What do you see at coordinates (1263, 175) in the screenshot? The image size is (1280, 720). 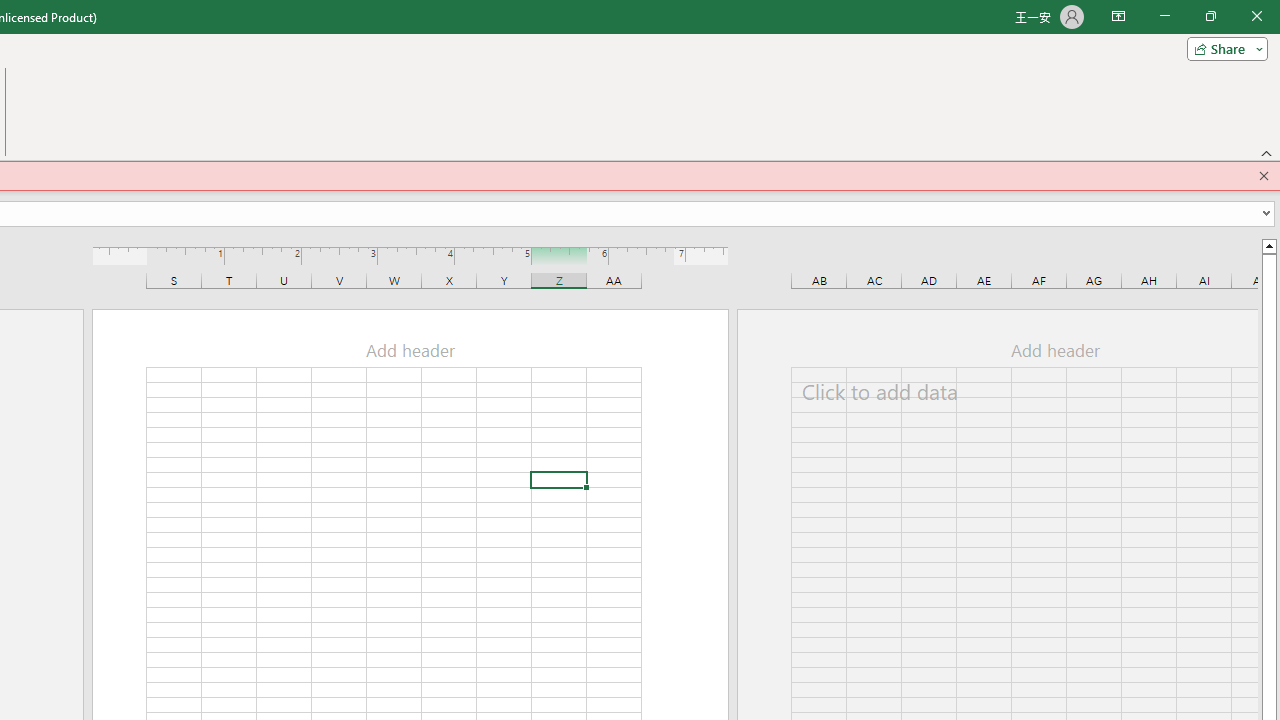 I see `'Close this message'` at bounding box center [1263, 175].